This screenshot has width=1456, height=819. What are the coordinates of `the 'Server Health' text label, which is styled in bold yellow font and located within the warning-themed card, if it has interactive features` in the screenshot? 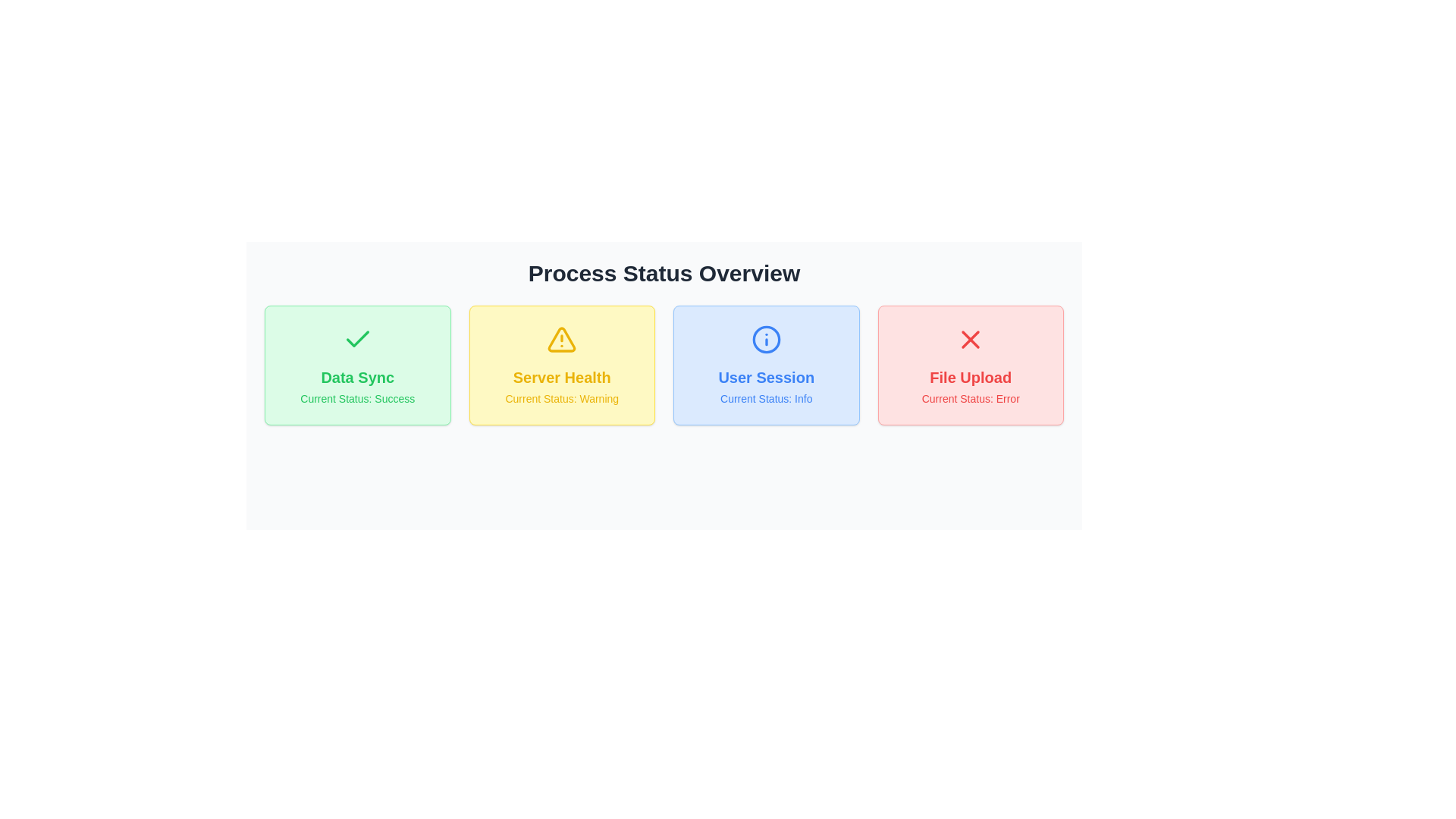 It's located at (561, 376).